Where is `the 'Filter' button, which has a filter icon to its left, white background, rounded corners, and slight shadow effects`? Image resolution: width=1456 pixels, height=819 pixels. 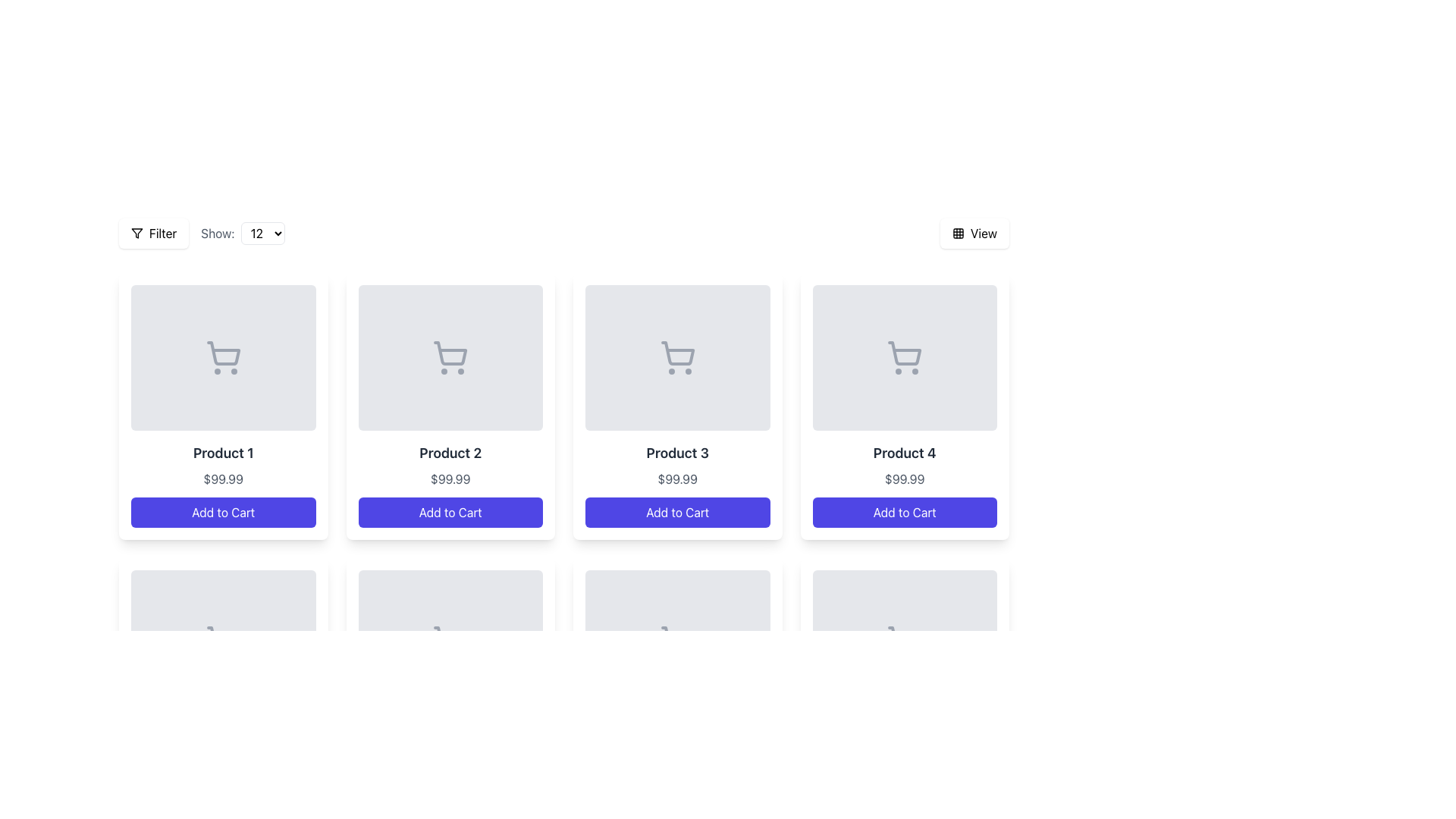
the 'Filter' button, which has a filter icon to its left, white background, rounded corners, and slight shadow effects is located at coordinates (154, 234).